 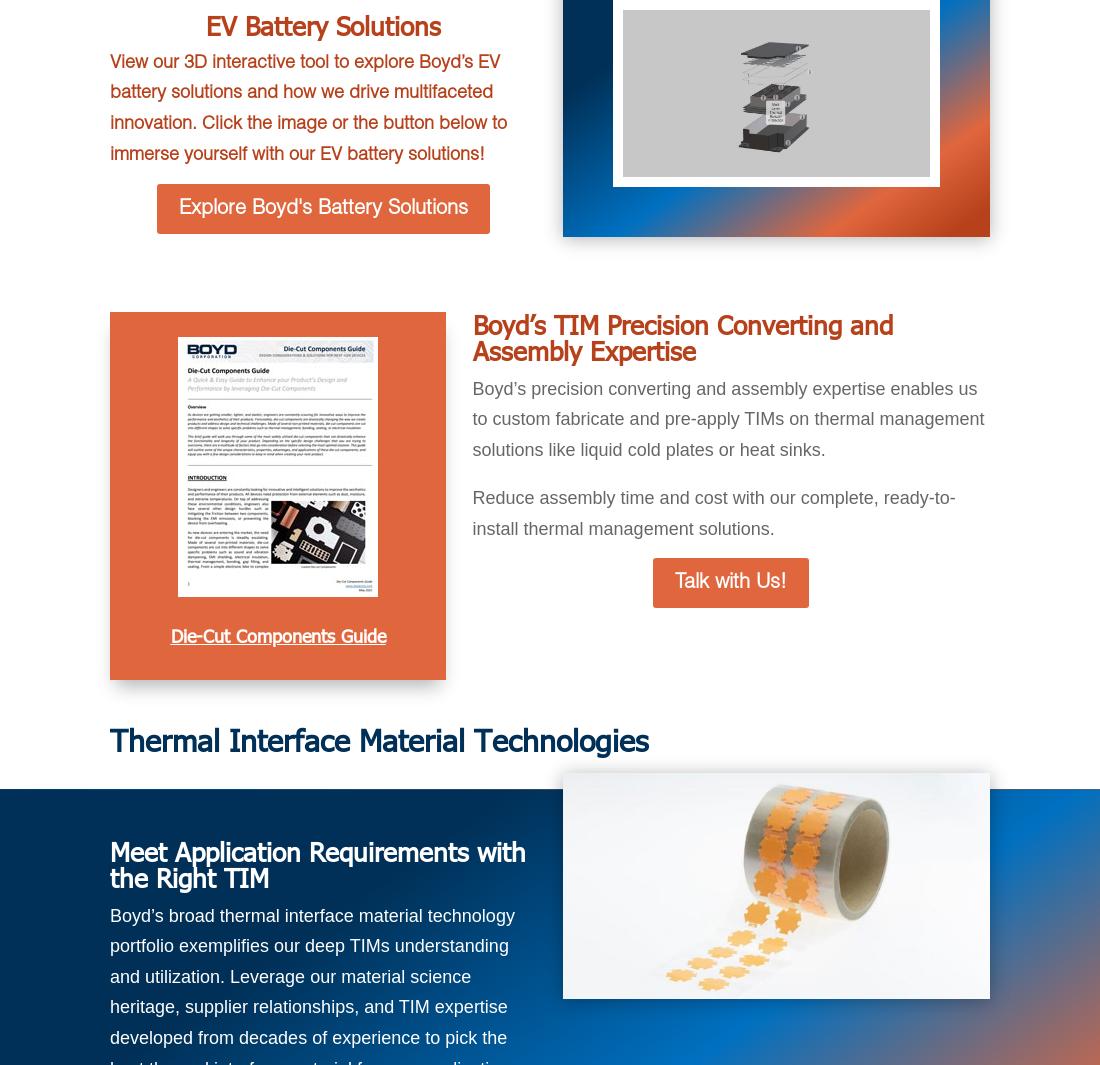 What do you see at coordinates (471, 512) in the screenshot?
I see `'Reduce assembly time and cost with our complete, ready-to-install thermal management solutions.'` at bounding box center [471, 512].